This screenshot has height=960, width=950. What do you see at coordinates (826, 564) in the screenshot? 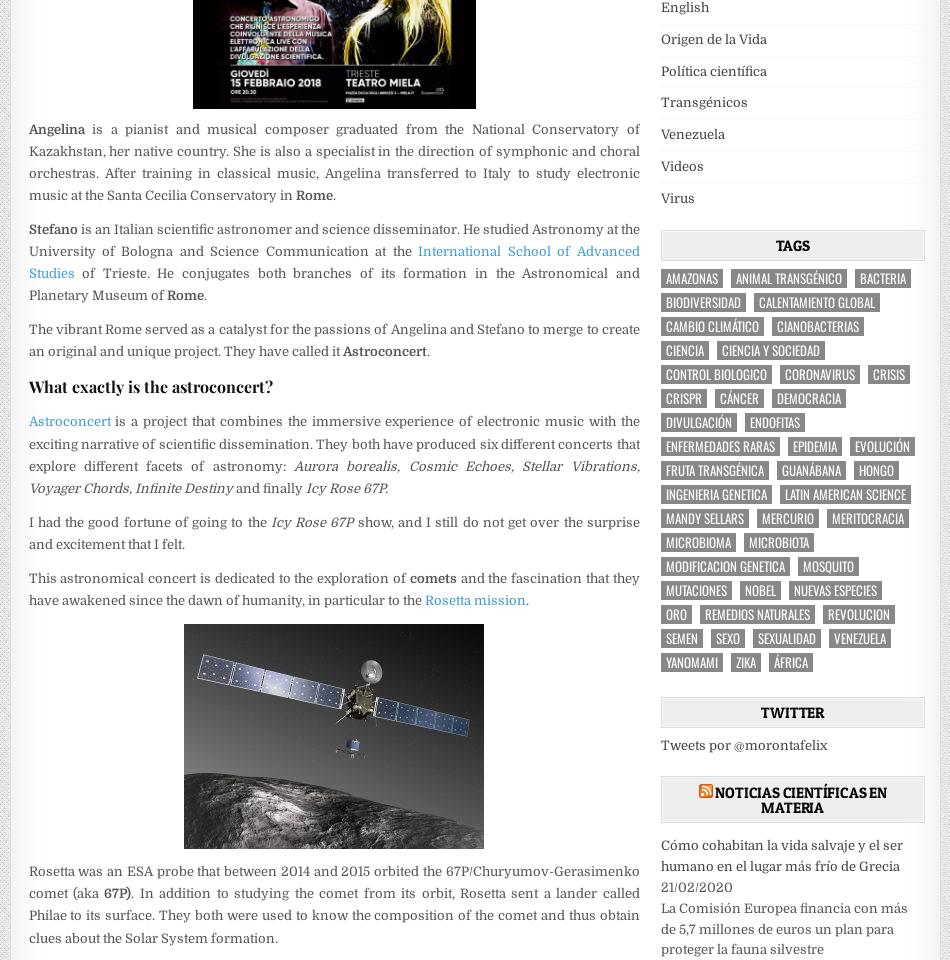
I see `'mosquito'` at bounding box center [826, 564].